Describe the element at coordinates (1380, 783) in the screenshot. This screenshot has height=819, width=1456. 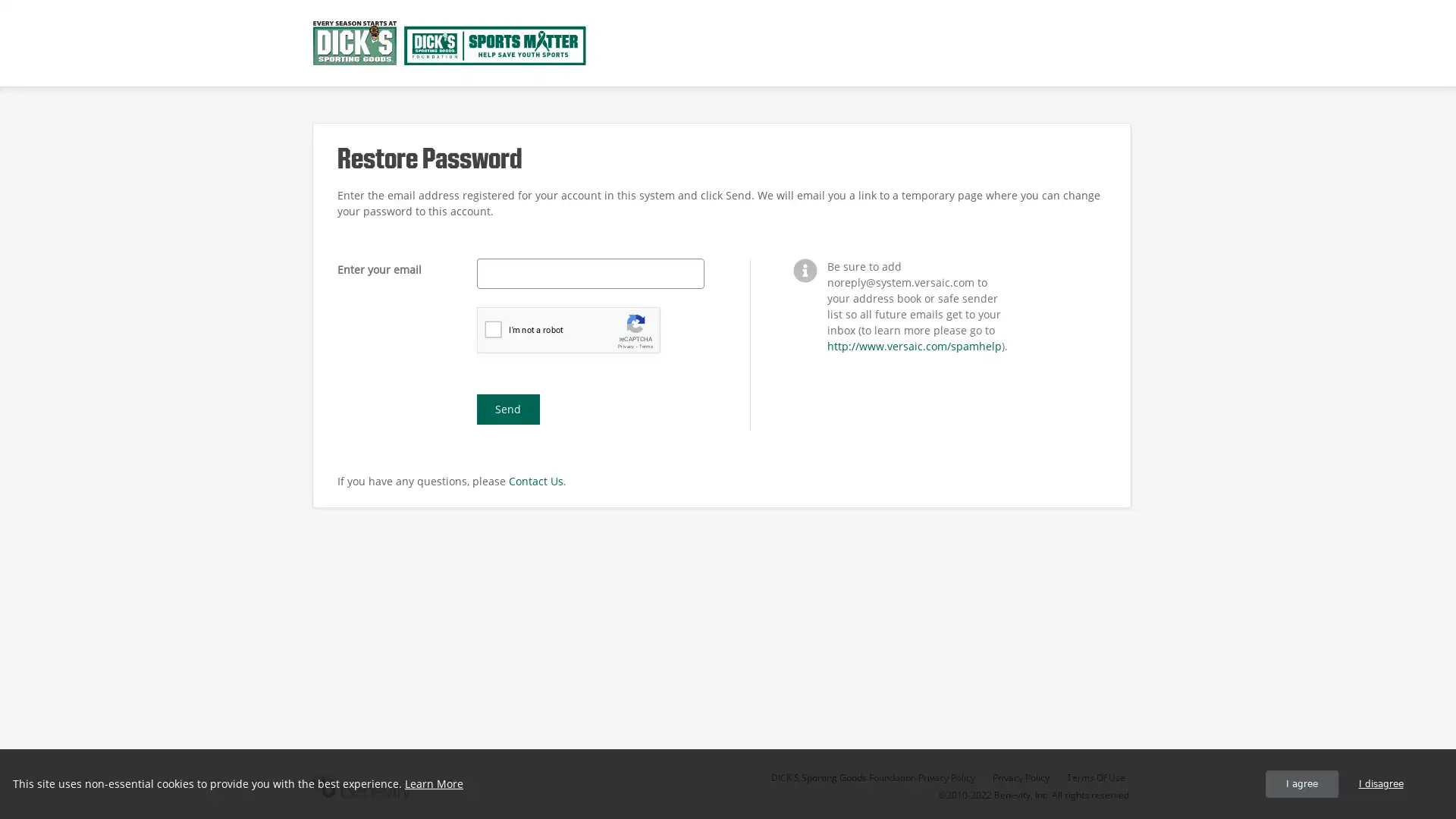
I see `I disagree` at that location.